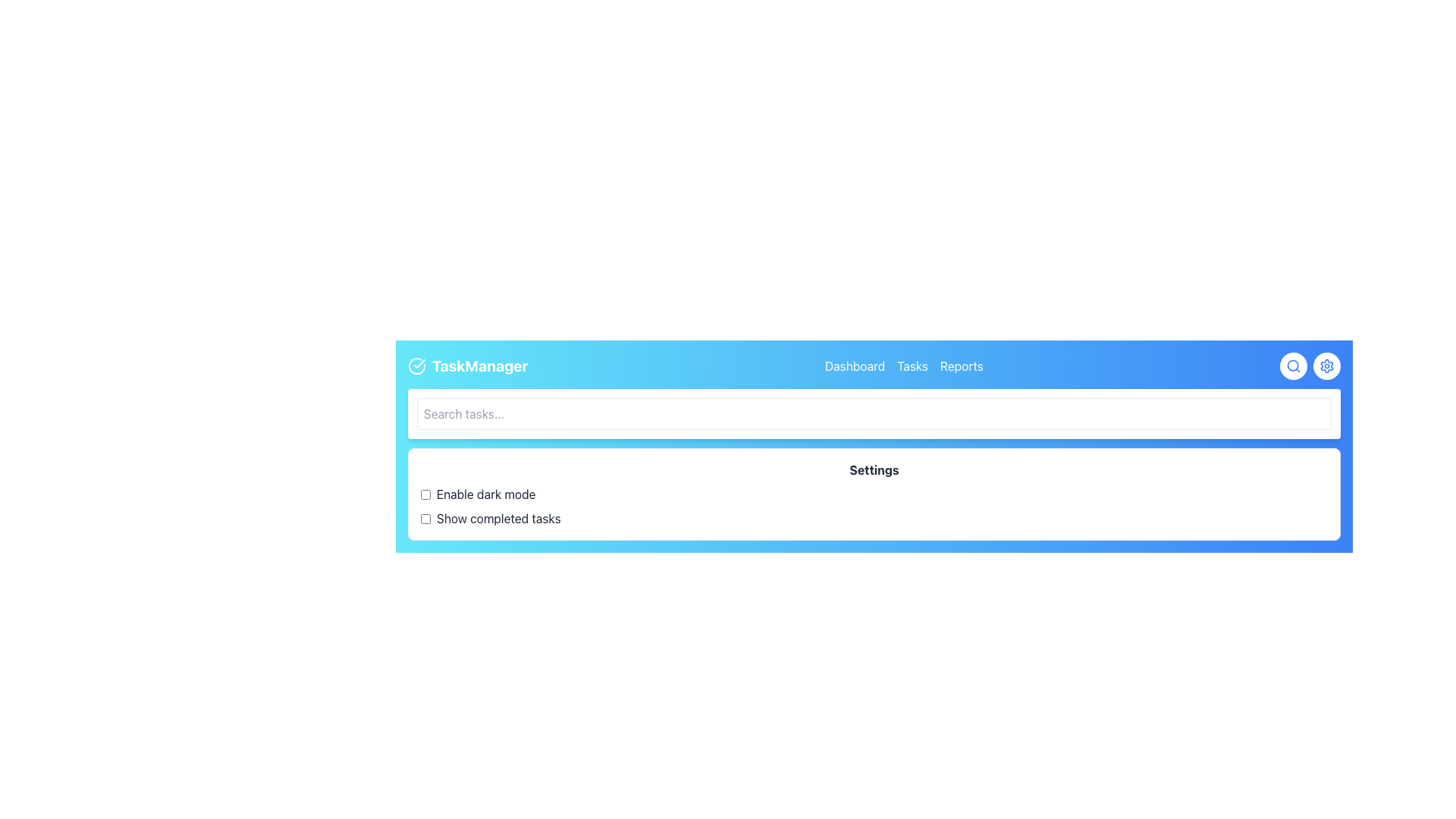 This screenshot has width=1456, height=819. What do you see at coordinates (874, 414) in the screenshot?
I see `the search box located` at bounding box center [874, 414].